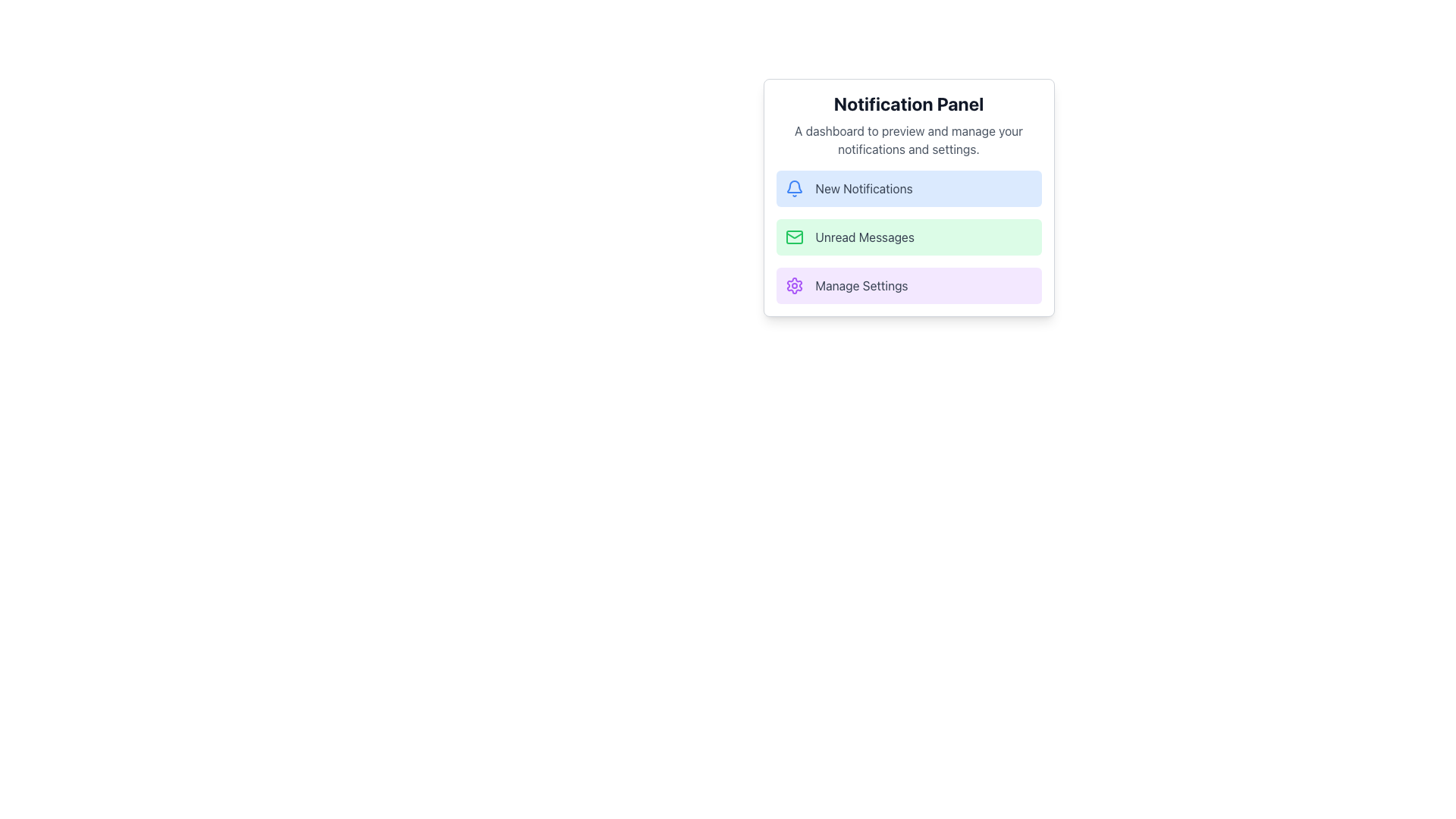 This screenshot has height=819, width=1456. Describe the element at coordinates (793, 188) in the screenshot. I see `the blue bell icon located at the top left of the 'New Notifications' card to interact with it` at that location.